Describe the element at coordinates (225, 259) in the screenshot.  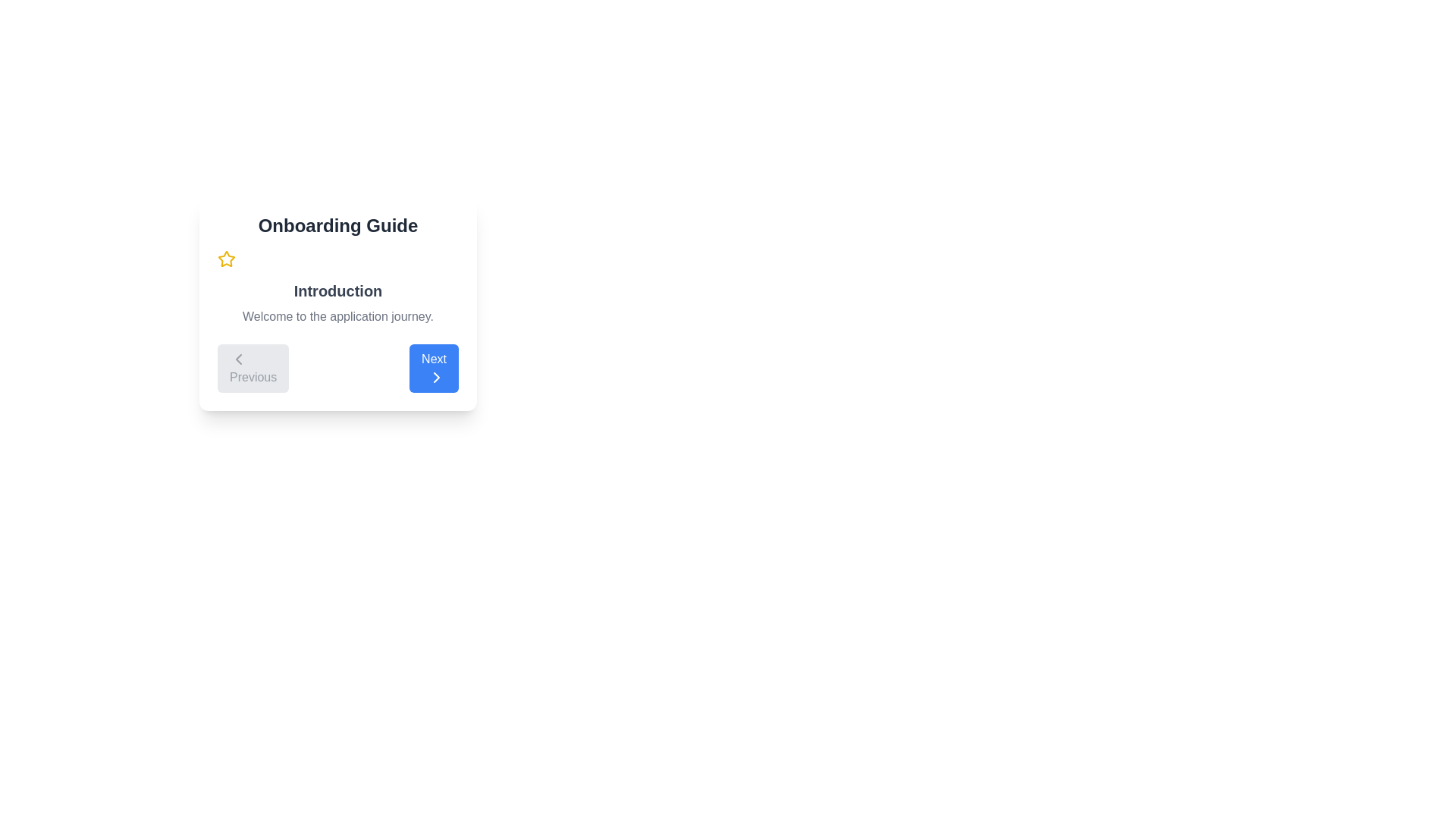
I see `the star-shaped icon with a yellow outline located in the upper-left corner of the onboarding guide box` at that location.